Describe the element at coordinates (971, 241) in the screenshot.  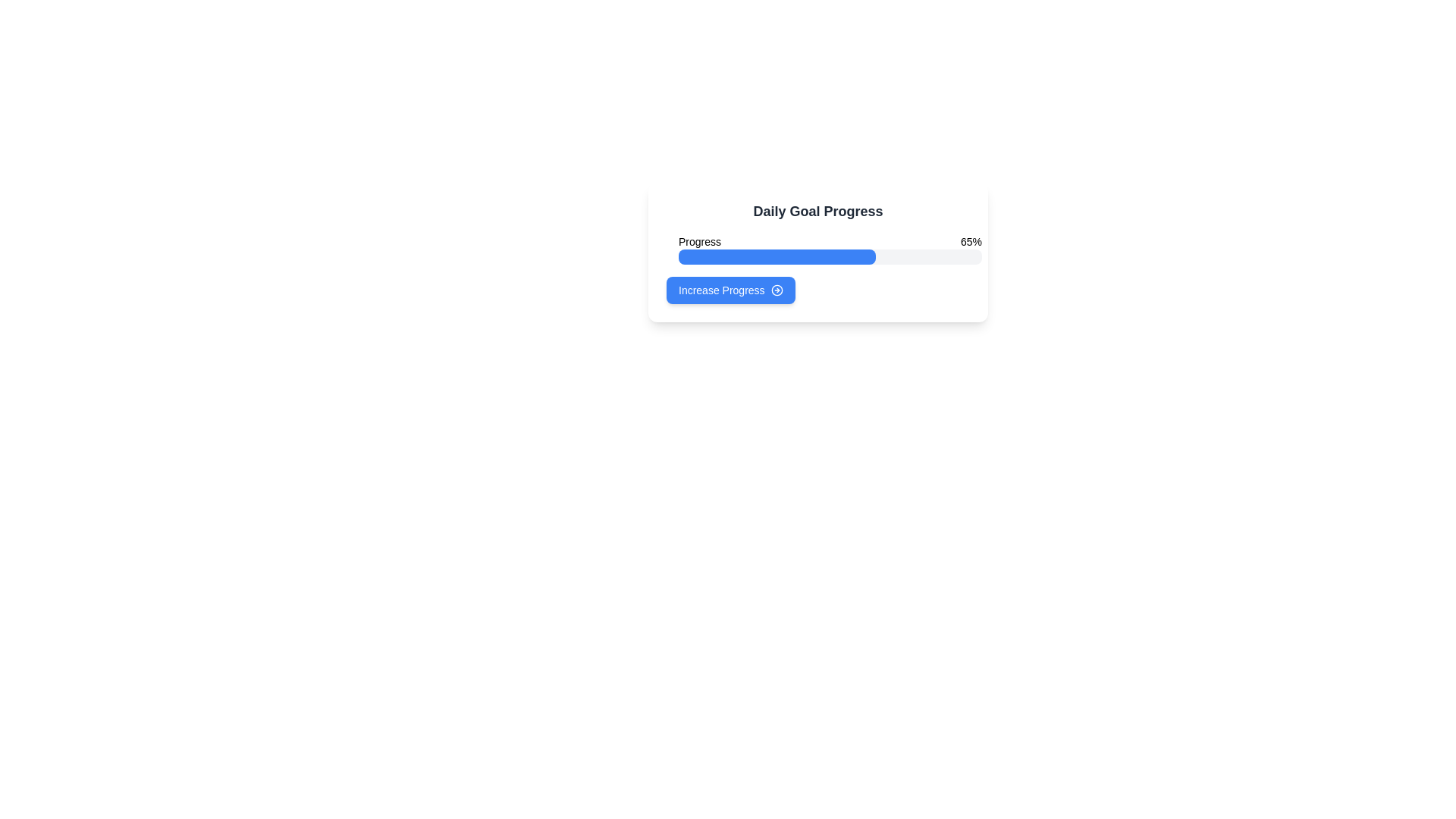
I see `the static text label that displays the current progress percentage, located to the far-right of the 'Progress' label within the 'Daily Goal Progress' card area` at that location.